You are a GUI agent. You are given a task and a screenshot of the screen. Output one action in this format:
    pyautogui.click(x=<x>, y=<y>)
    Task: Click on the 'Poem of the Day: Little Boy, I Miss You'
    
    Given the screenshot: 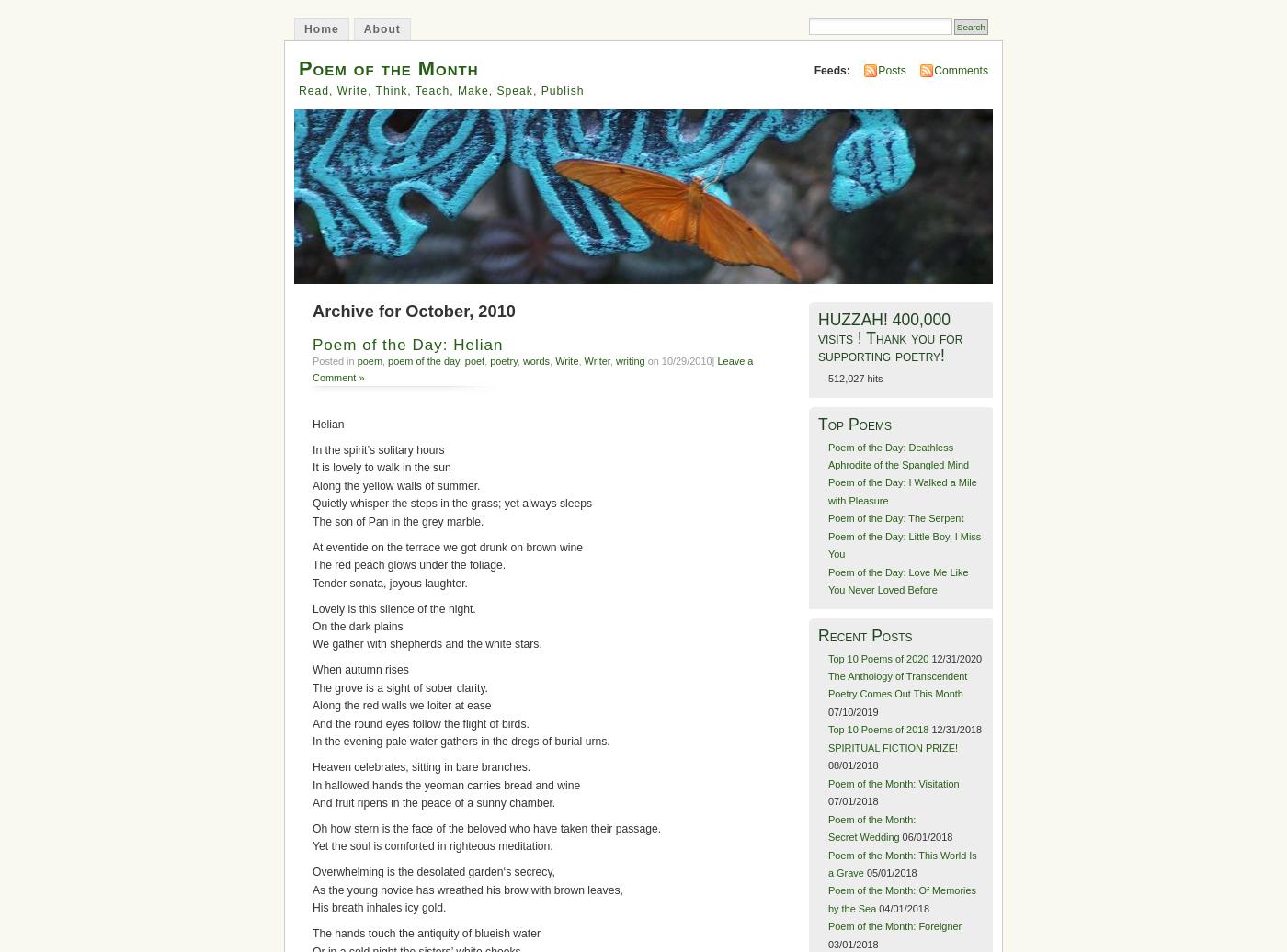 What is the action you would take?
    pyautogui.click(x=904, y=545)
    